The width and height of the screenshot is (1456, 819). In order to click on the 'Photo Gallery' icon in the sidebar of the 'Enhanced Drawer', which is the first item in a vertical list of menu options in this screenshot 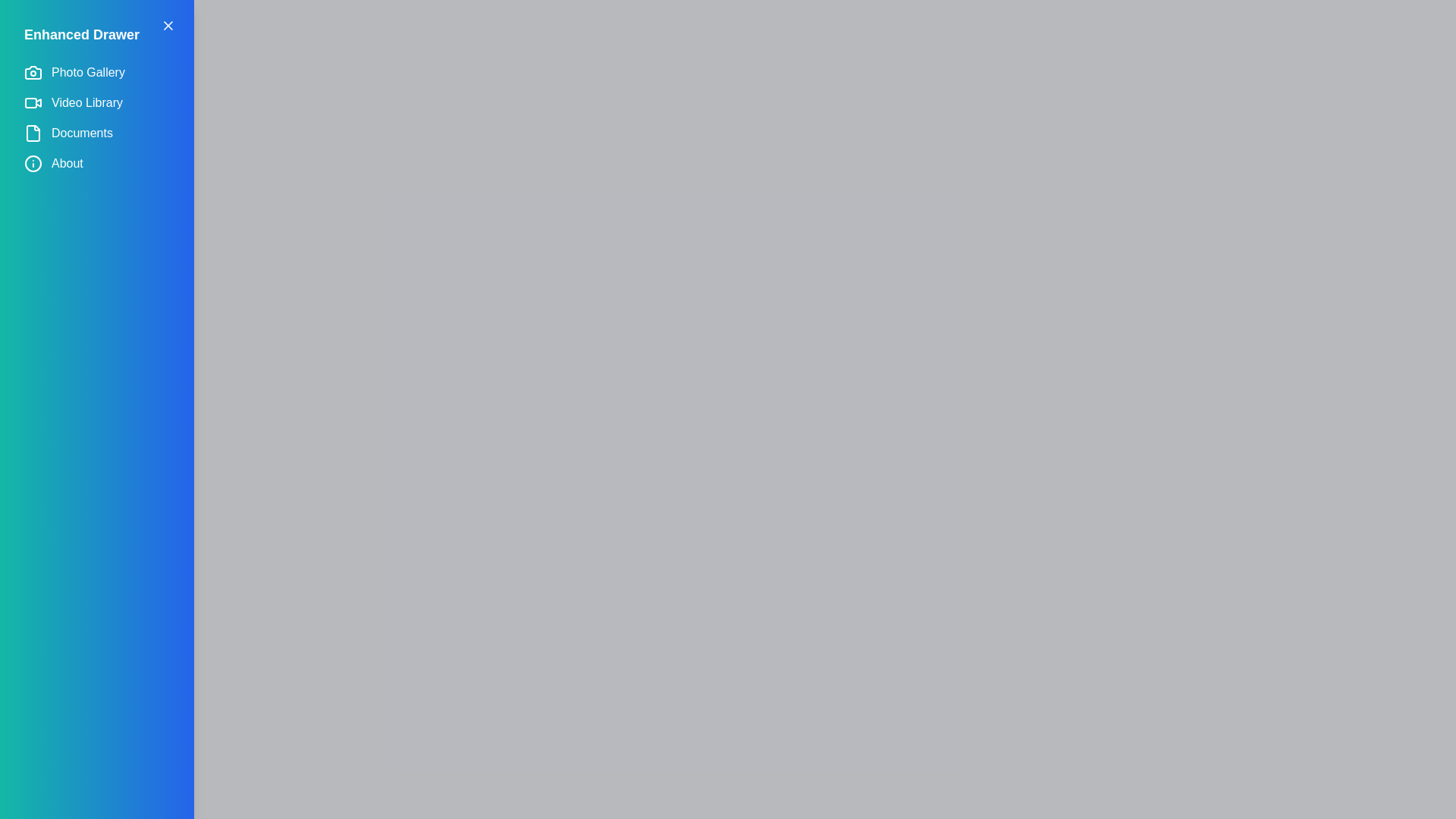, I will do `click(33, 73)`.